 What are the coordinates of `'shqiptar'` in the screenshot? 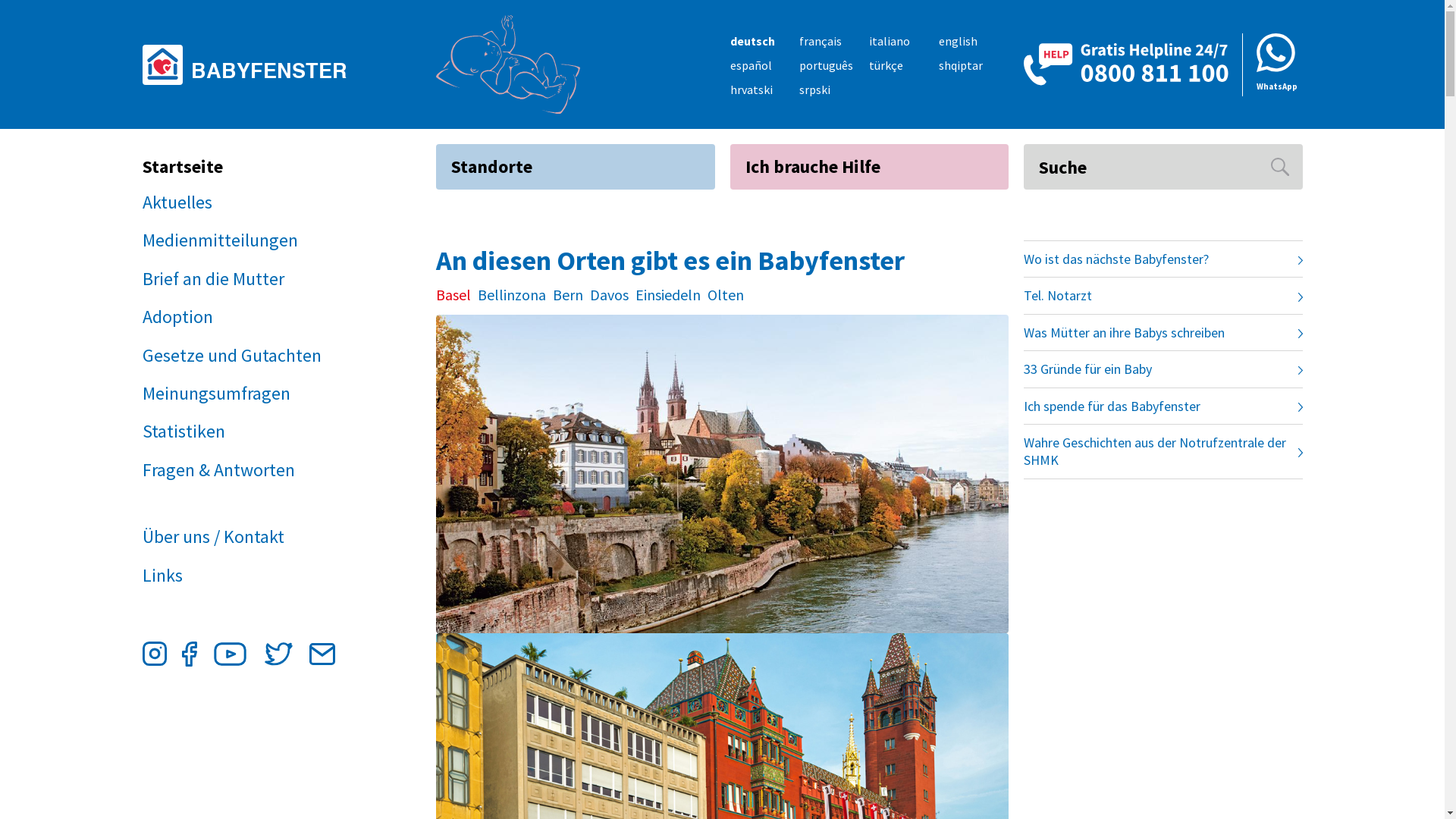 It's located at (960, 64).